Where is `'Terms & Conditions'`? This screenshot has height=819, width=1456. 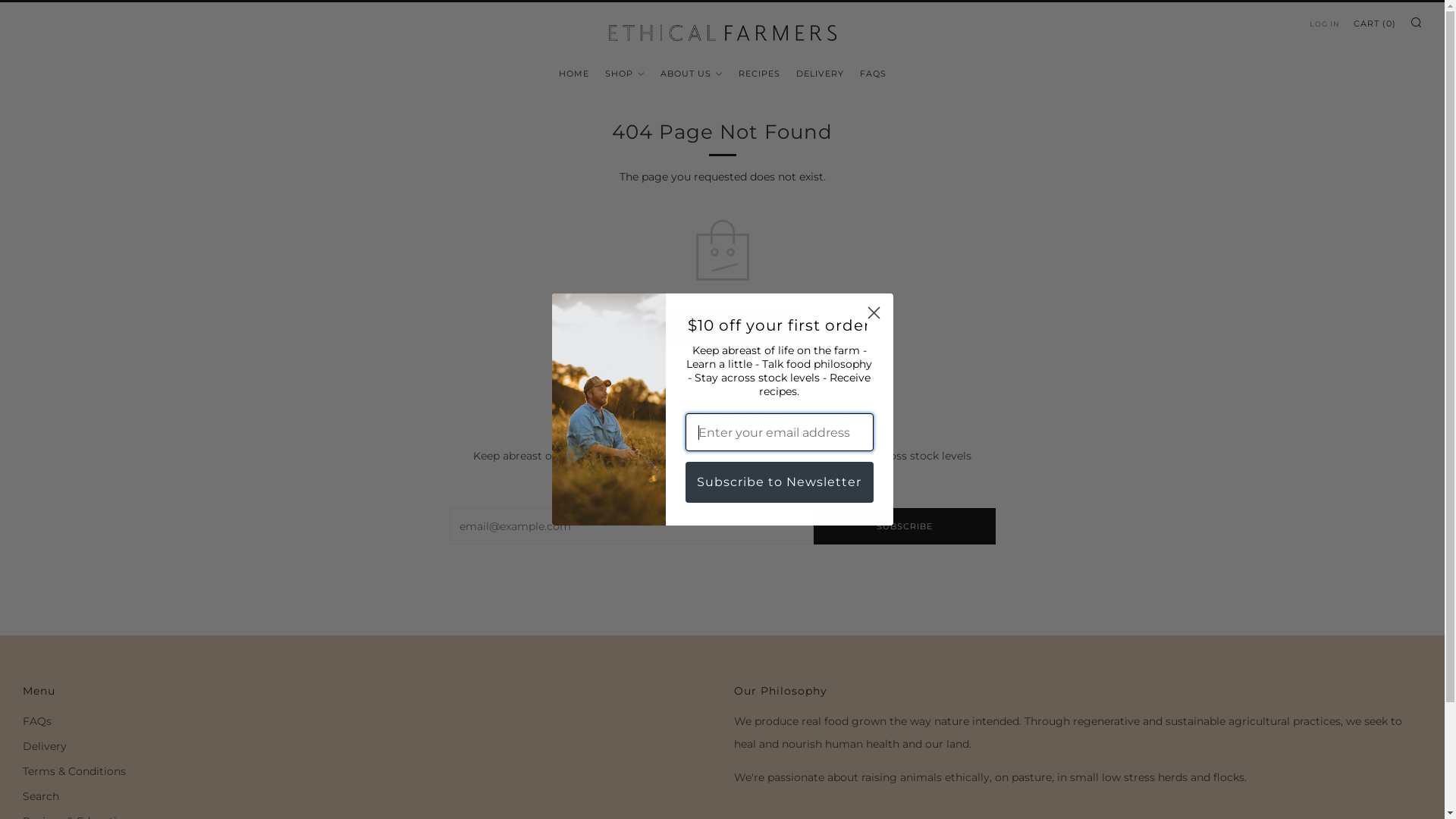 'Terms & Conditions' is located at coordinates (73, 771).